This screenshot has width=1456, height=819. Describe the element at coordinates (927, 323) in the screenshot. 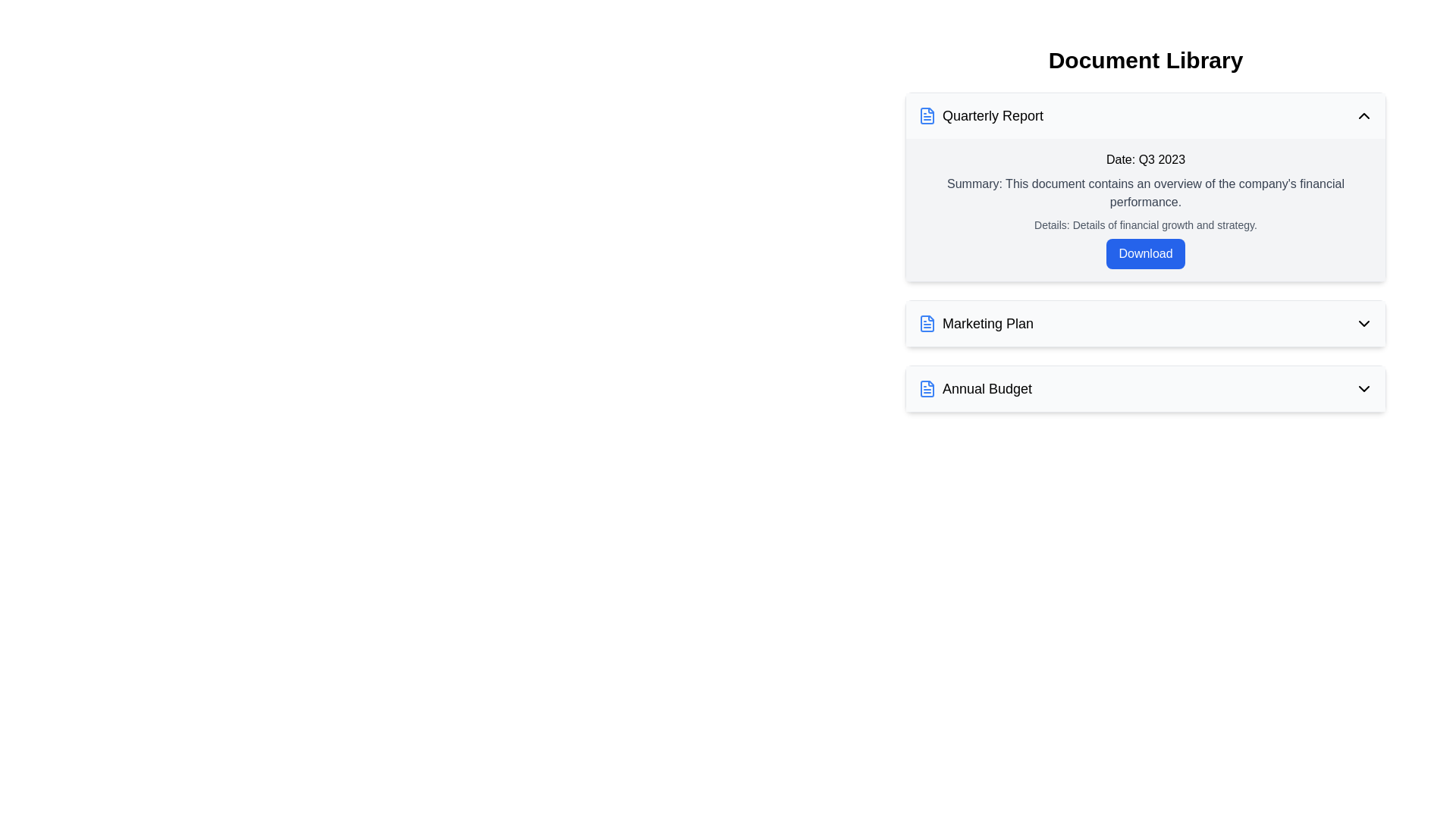

I see `the document icon located next to the 'Quarterly Report' text in the 'Document Library' interface, which visually represents a file` at that location.